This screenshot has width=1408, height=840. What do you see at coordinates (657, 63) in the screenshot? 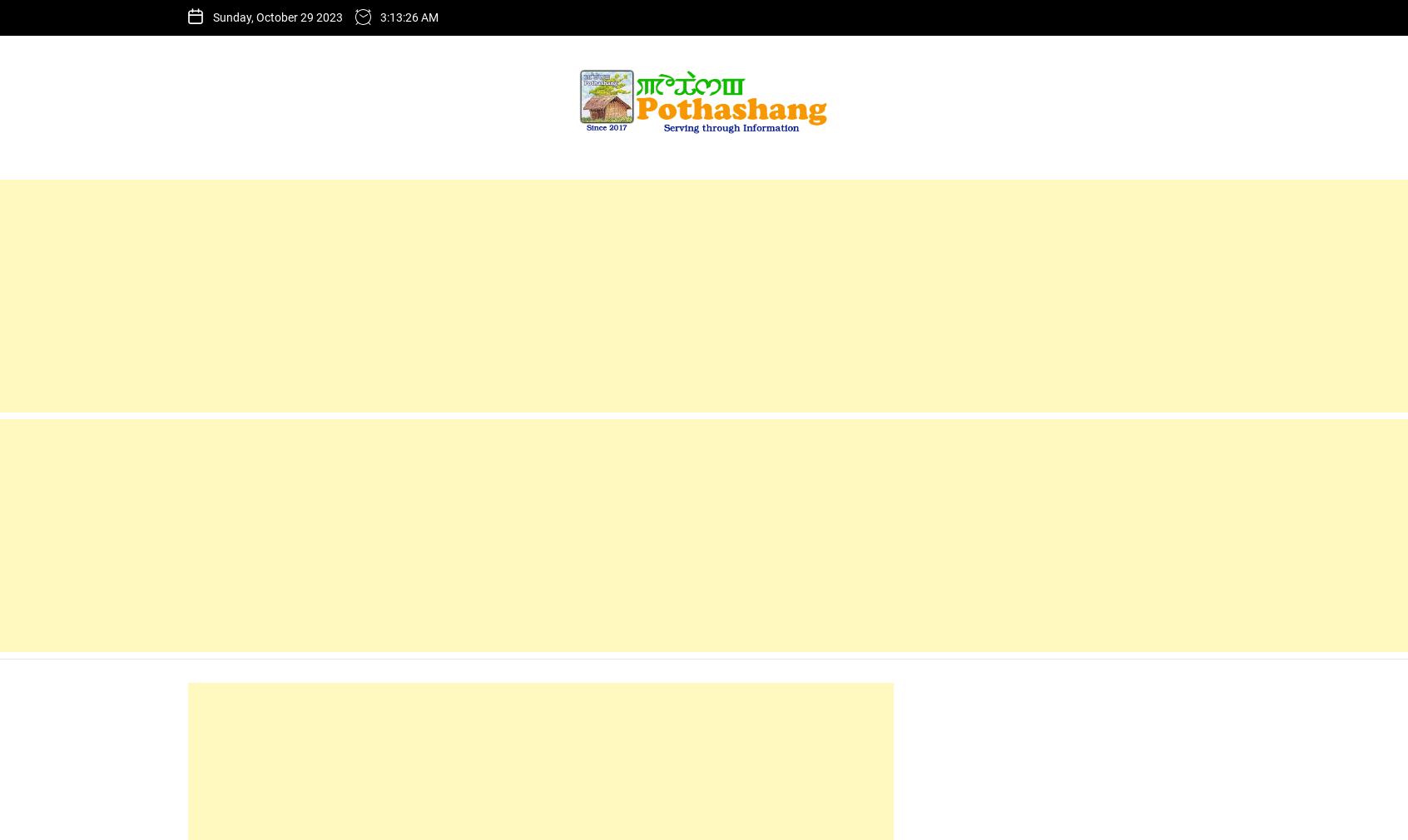
I see `'KSA demands clarification'` at bounding box center [657, 63].